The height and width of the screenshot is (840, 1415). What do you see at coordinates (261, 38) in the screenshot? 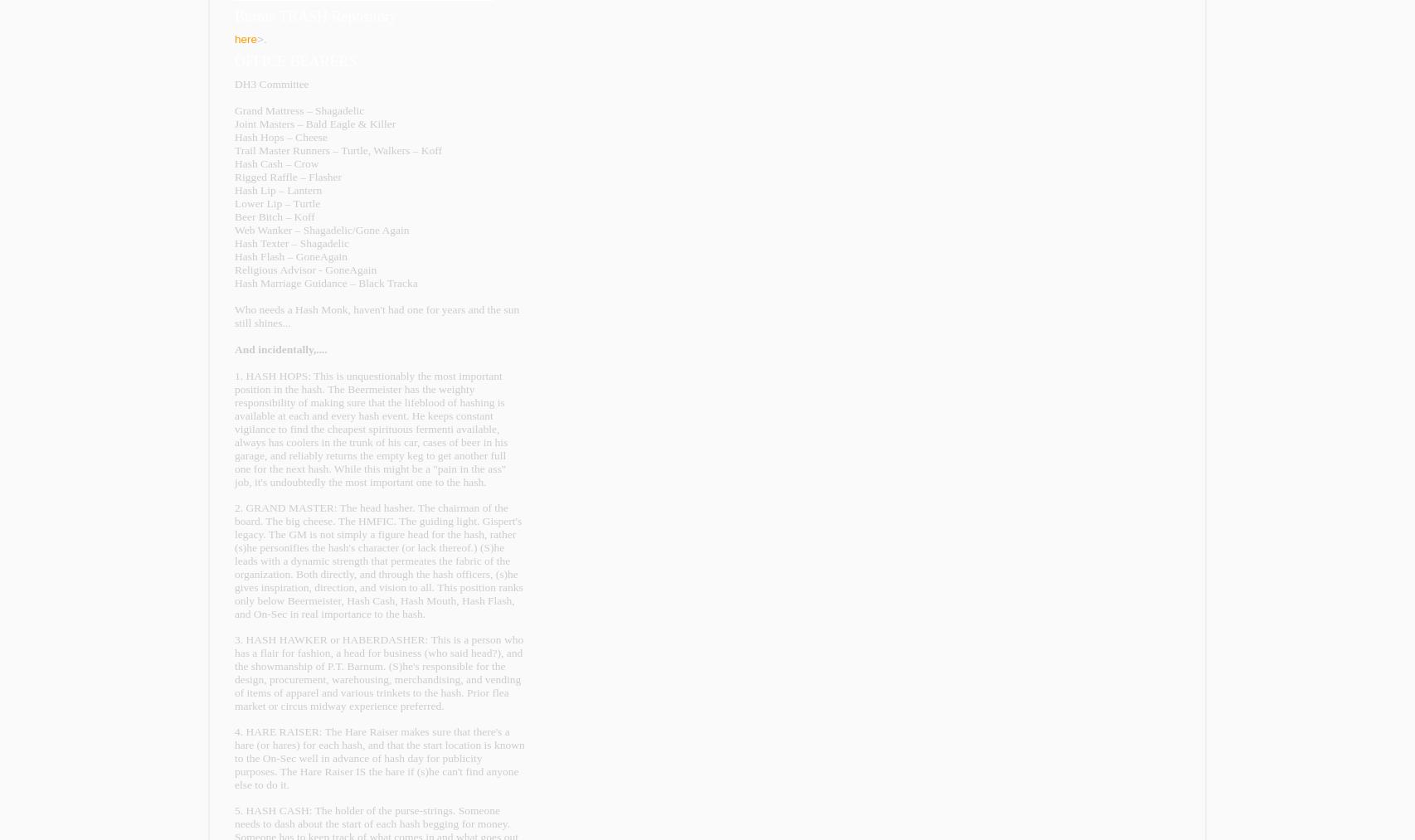
I see `'>.'` at bounding box center [261, 38].